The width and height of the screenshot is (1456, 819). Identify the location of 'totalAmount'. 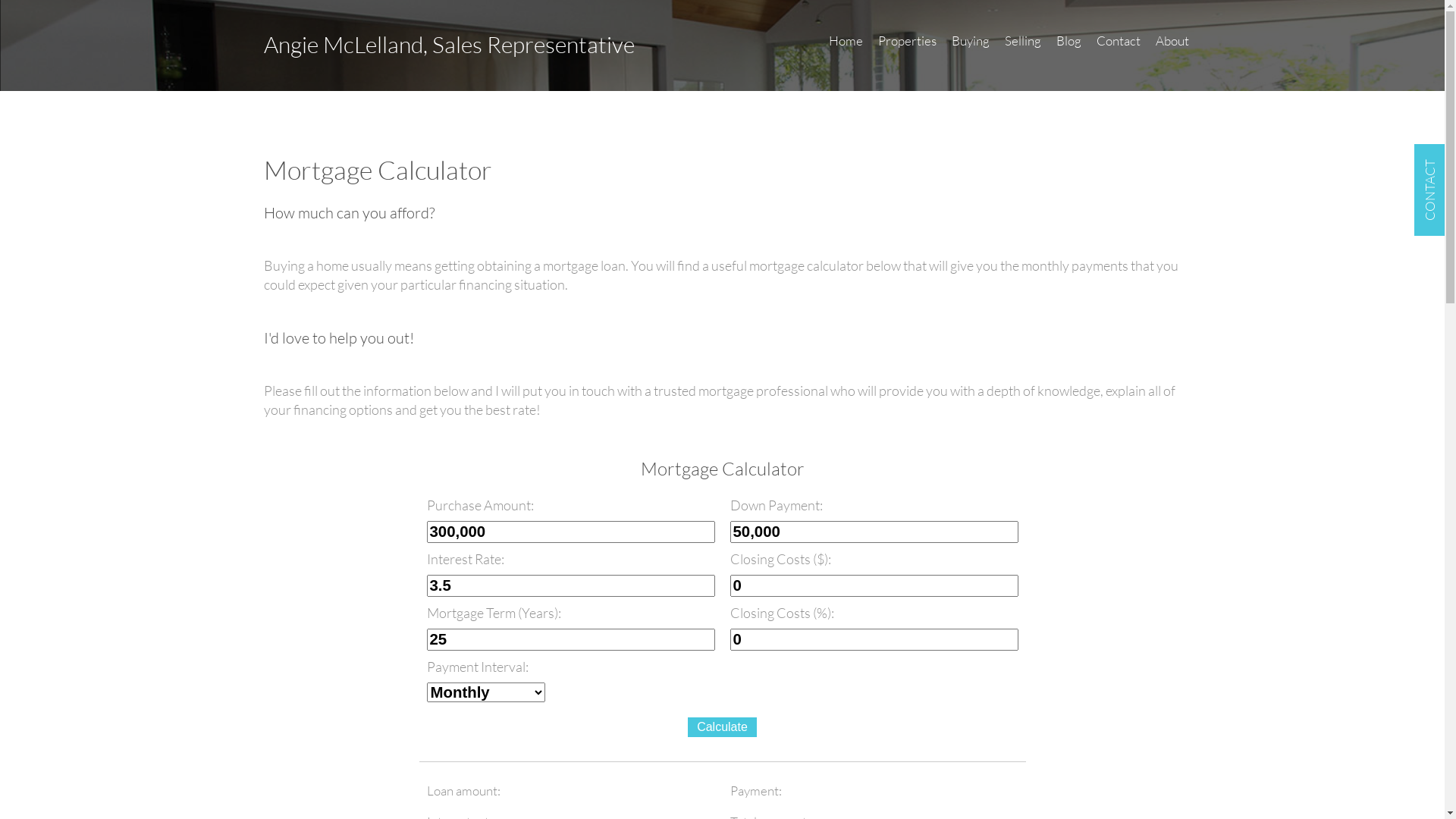
(670, 789).